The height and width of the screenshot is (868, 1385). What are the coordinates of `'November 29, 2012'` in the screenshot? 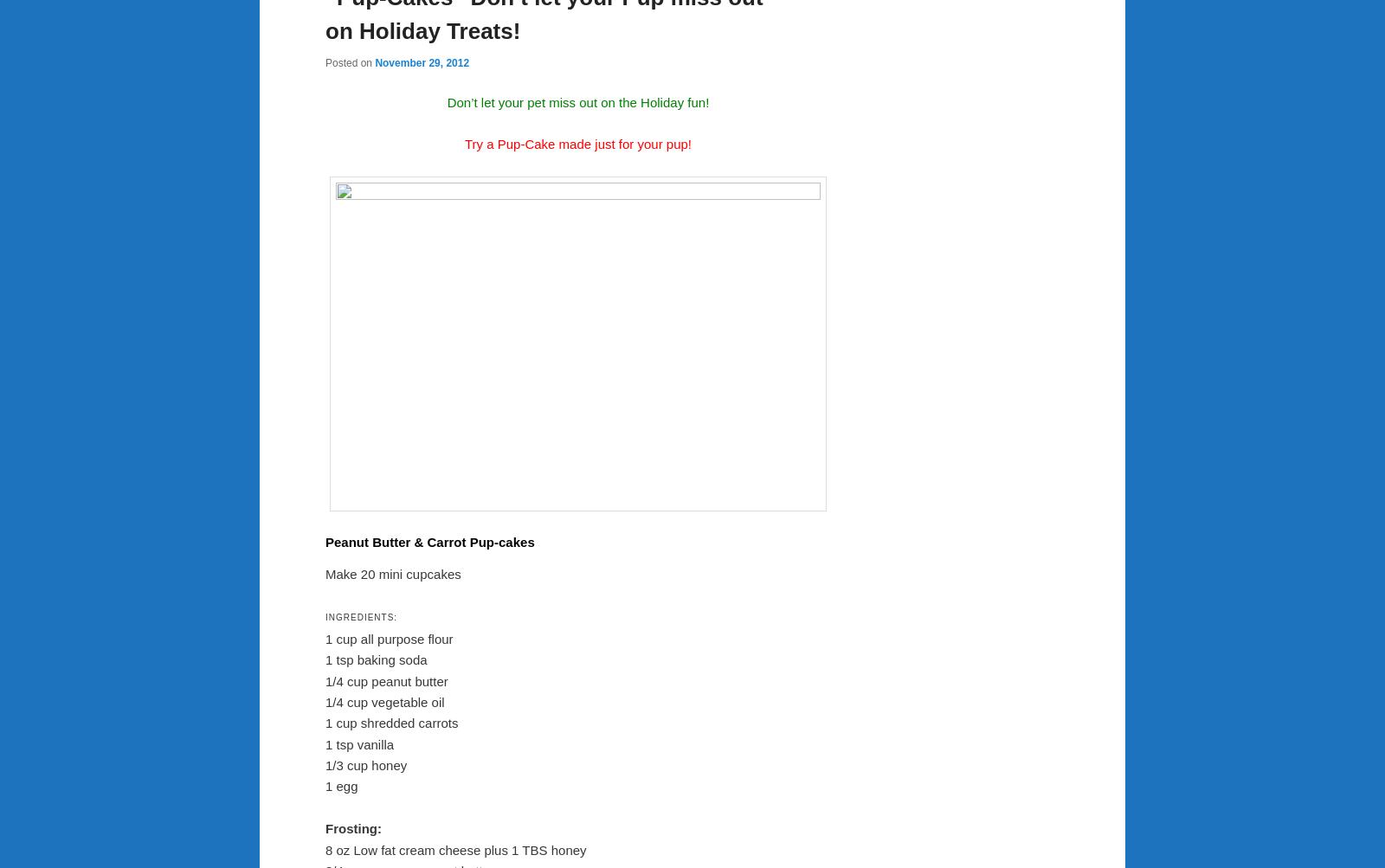 It's located at (421, 63).